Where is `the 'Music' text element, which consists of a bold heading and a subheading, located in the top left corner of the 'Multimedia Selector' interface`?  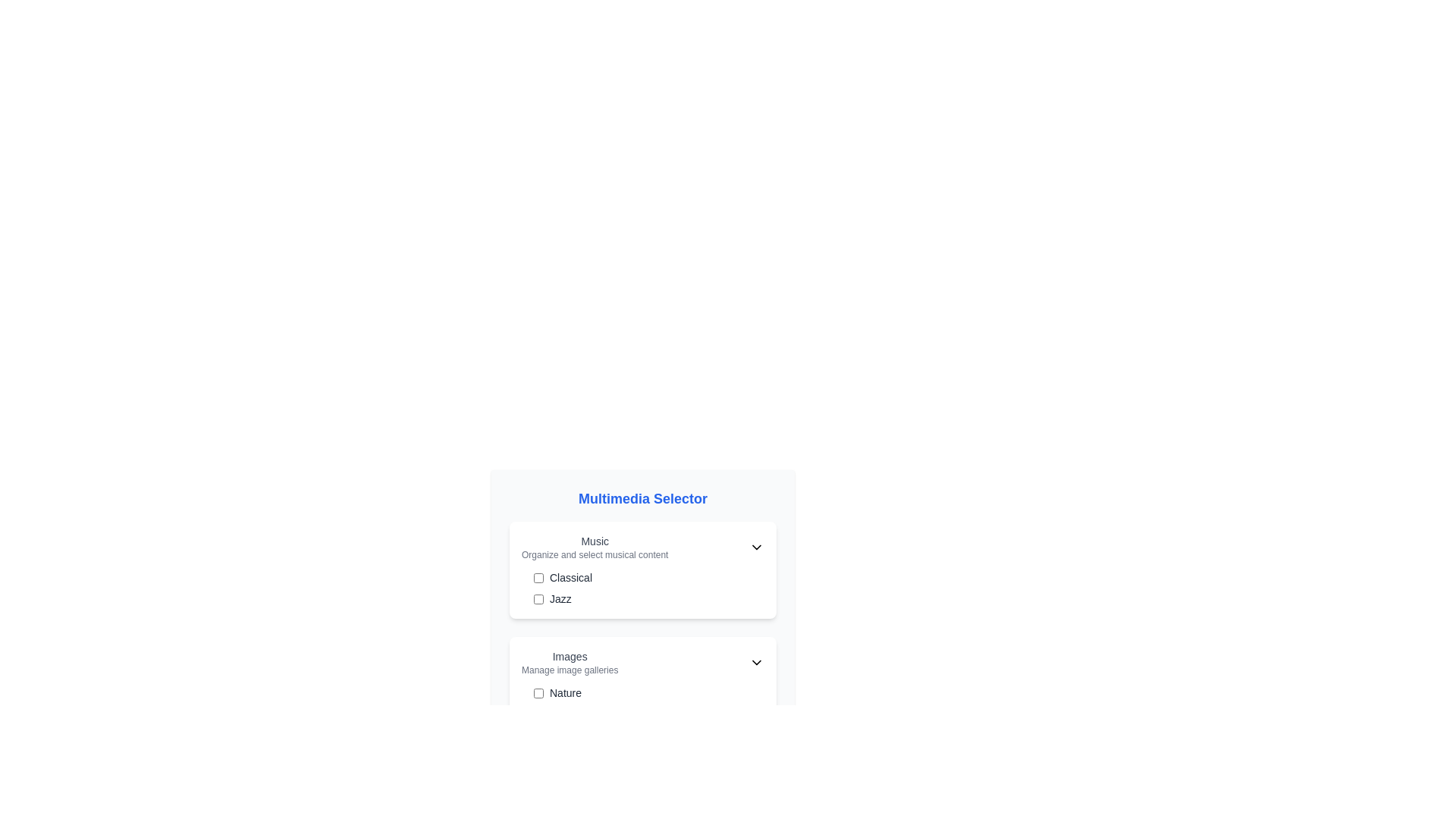 the 'Music' text element, which consists of a bold heading and a subheading, located in the top left corner of the 'Multimedia Selector' interface is located at coordinates (594, 547).